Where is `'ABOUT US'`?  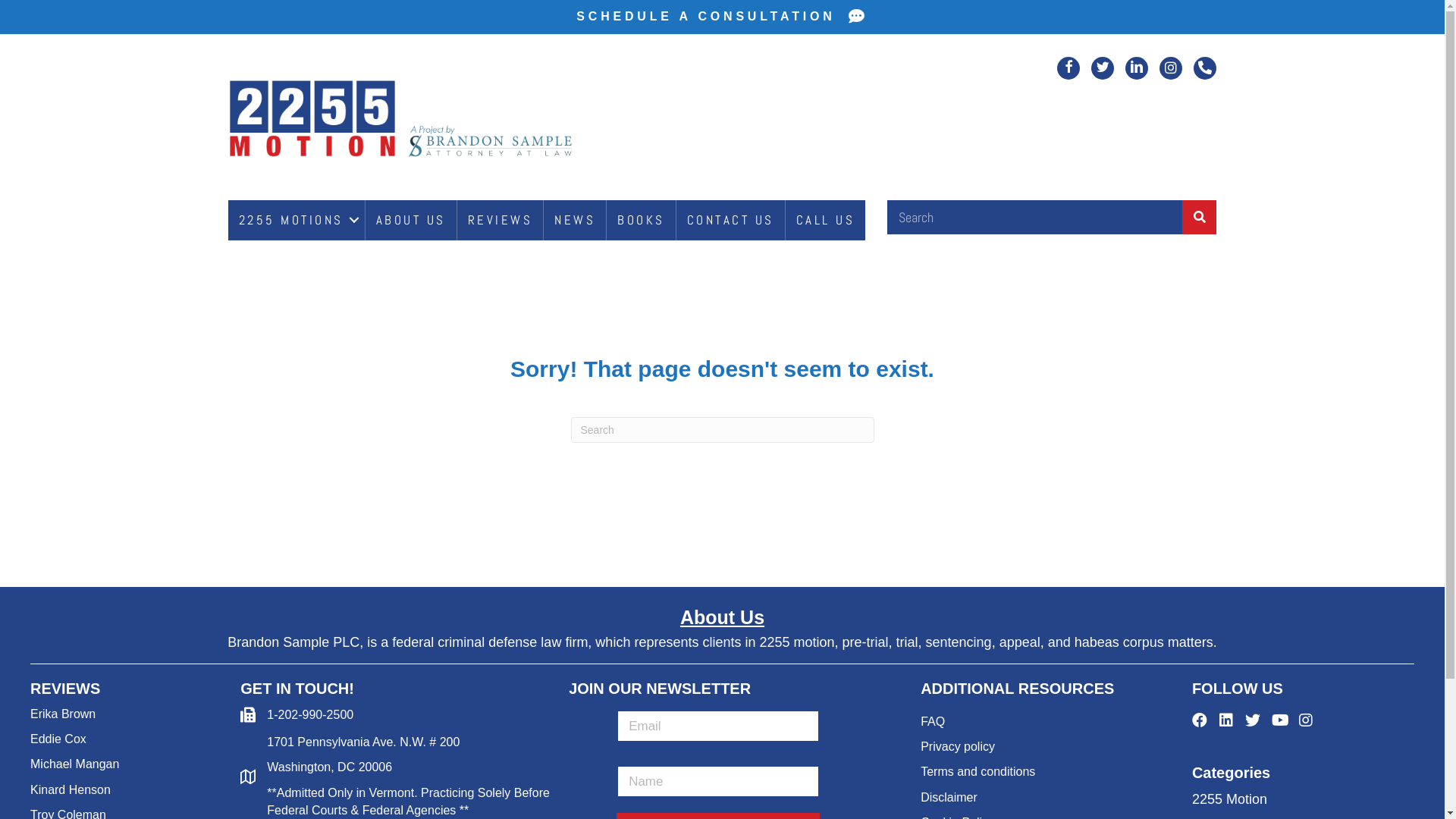 'ABOUT US' is located at coordinates (411, 220).